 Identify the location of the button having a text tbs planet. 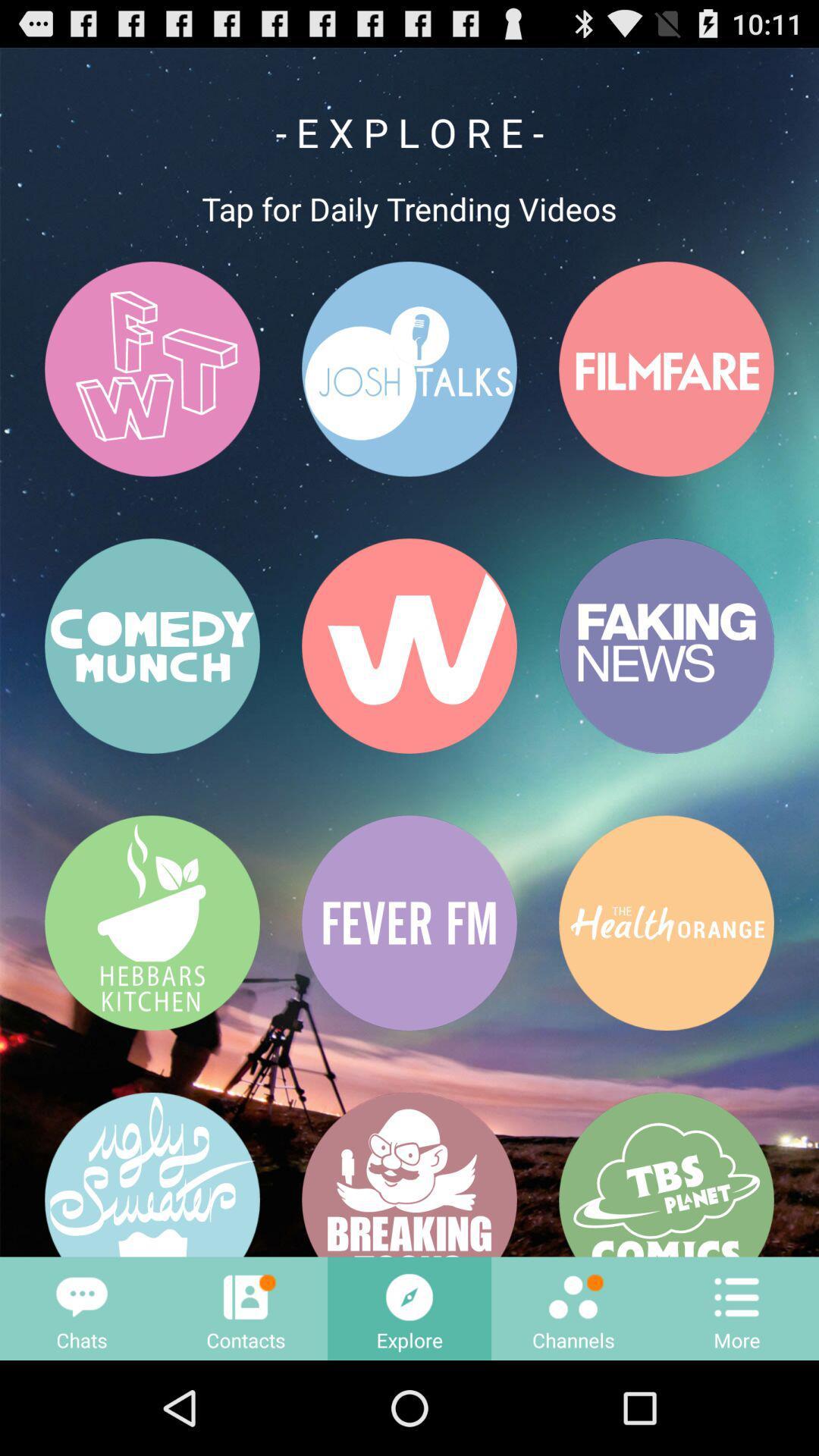
(666, 1174).